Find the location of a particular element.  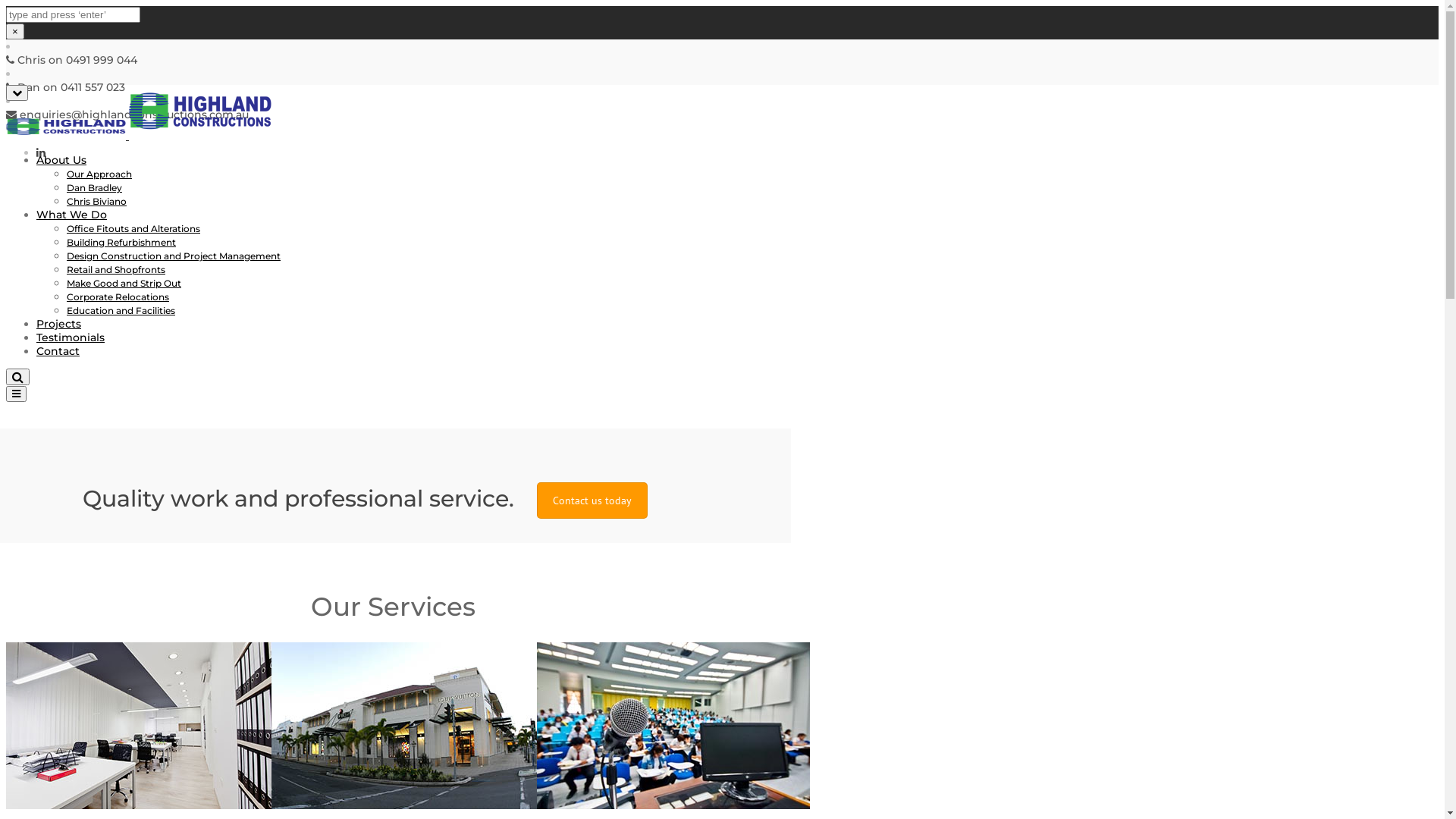

'Contact us today' is located at coordinates (537, 500).